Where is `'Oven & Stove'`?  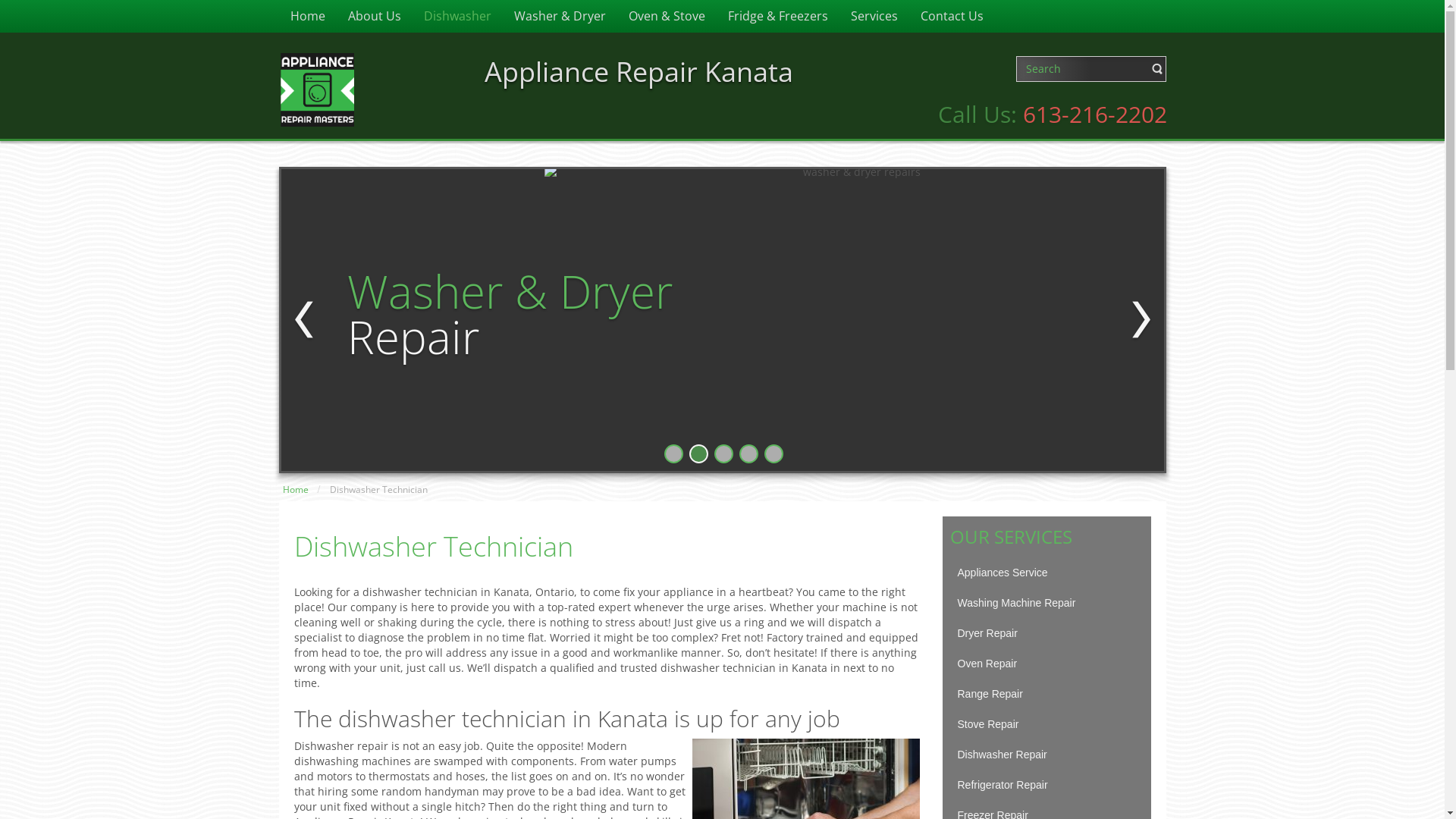 'Oven & Stove' is located at coordinates (617, 16).